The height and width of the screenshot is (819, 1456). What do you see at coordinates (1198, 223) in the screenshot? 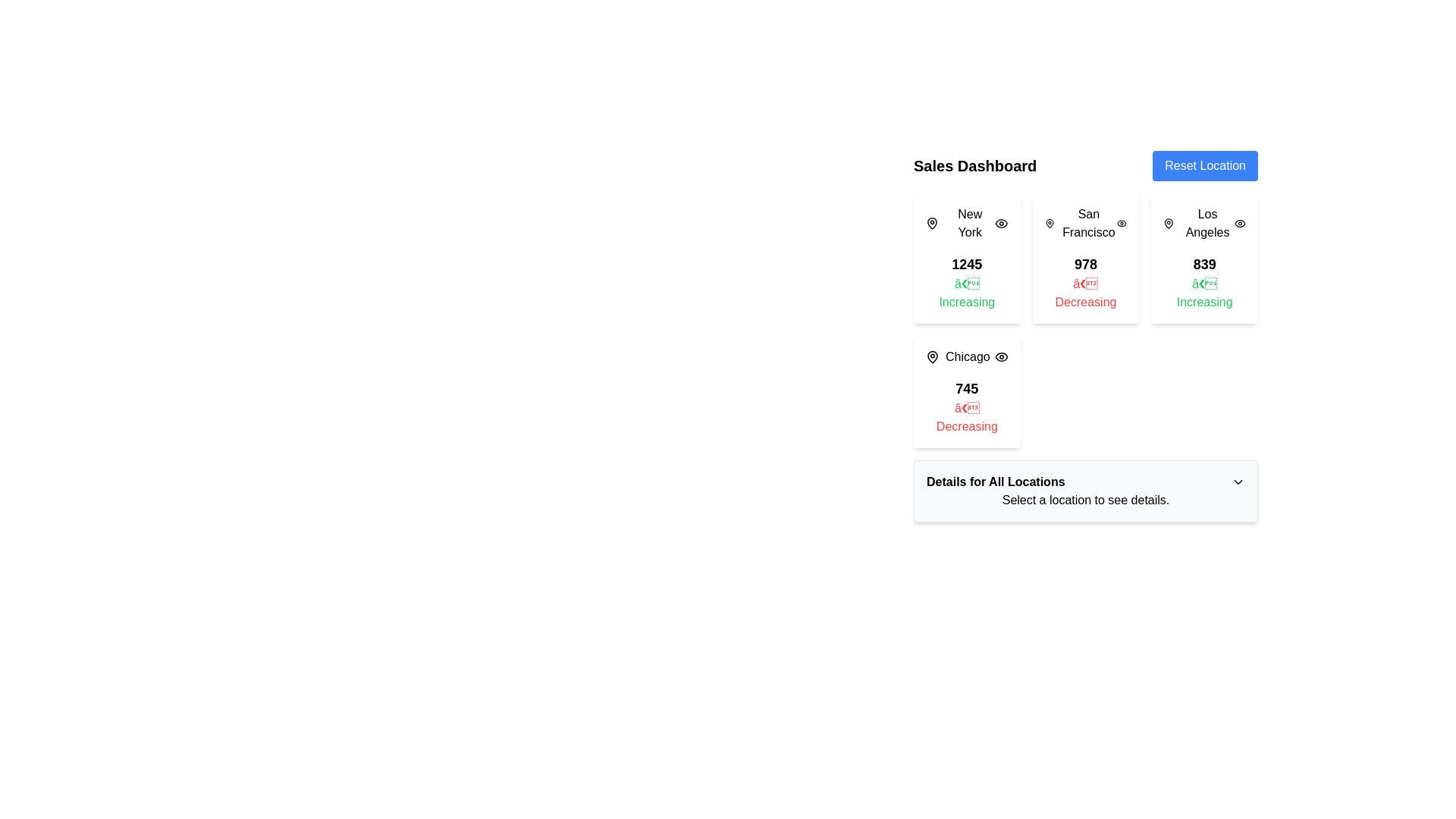
I see `the text label for the city 'Los Angeles', which is the third card in a row of location-based statistics on the dashboard` at bounding box center [1198, 223].